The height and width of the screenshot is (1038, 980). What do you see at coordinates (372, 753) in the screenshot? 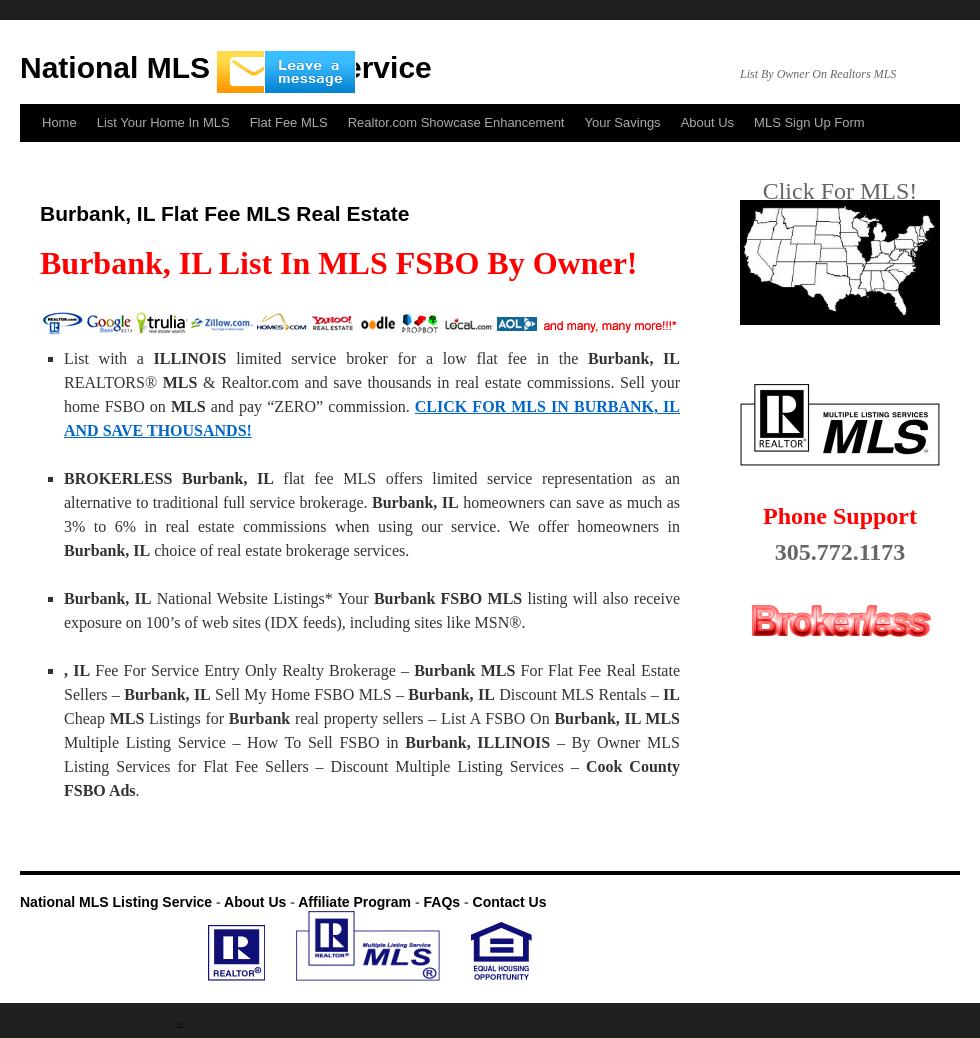
I see `'– By Owner MLS Listing Services for Flat Fee Sellers – Discount Multiple Listing Services –'` at bounding box center [372, 753].